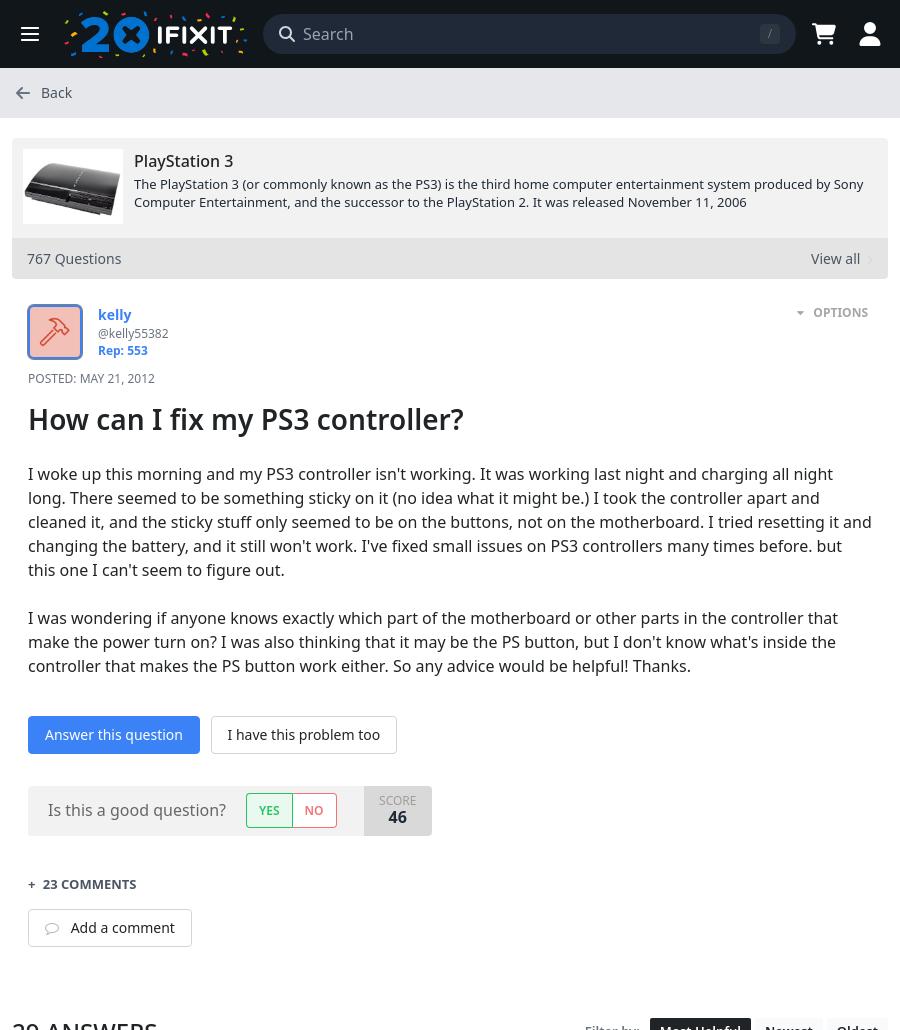  Describe the element at coordinates (140, 975) in the screenshot. I see `'May 22, 2012'` at that location.